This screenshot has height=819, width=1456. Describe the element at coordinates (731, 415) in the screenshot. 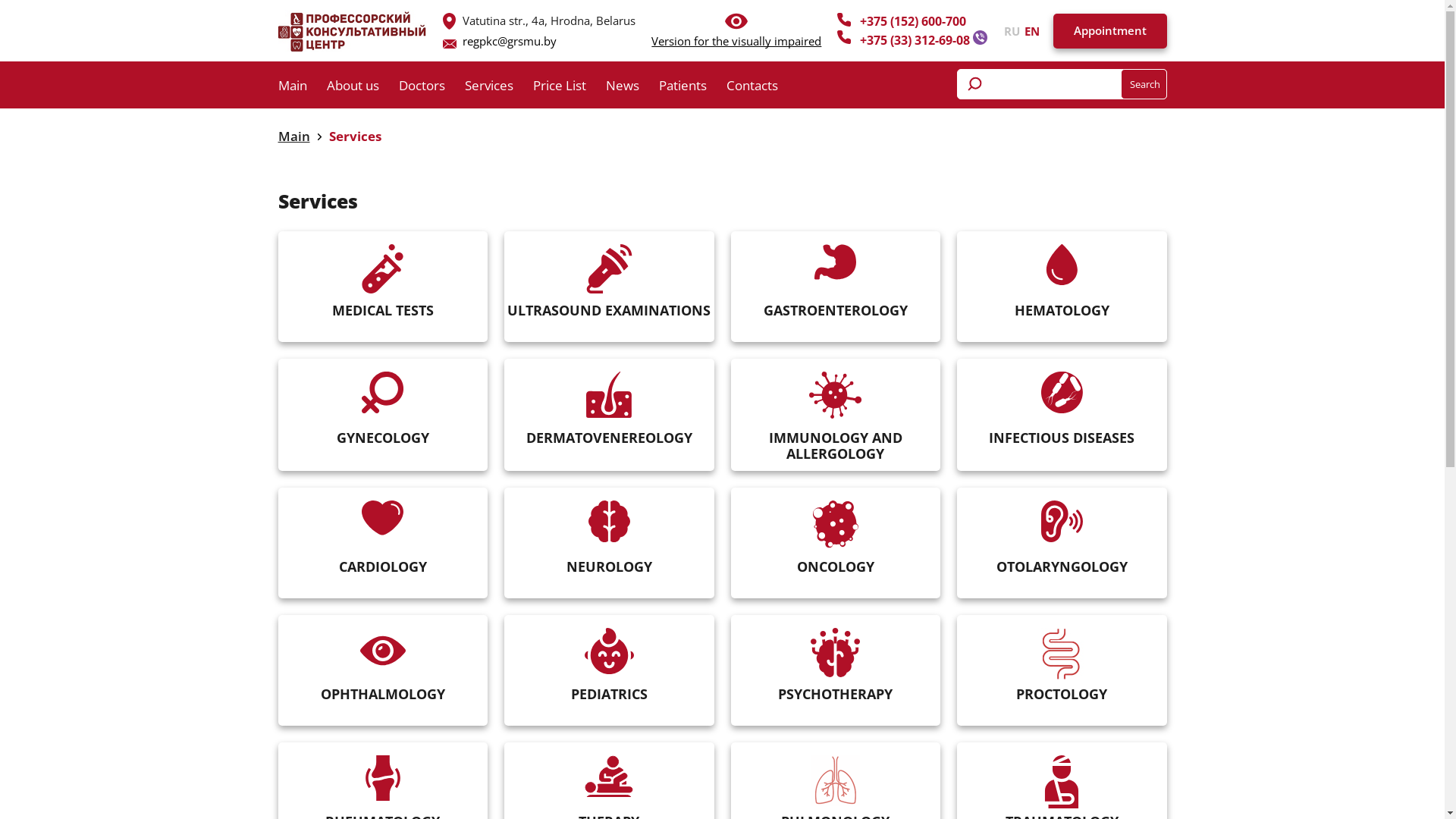

I see `'IMMUNOLOGY AND ALLERGOLOGY'` at that location.